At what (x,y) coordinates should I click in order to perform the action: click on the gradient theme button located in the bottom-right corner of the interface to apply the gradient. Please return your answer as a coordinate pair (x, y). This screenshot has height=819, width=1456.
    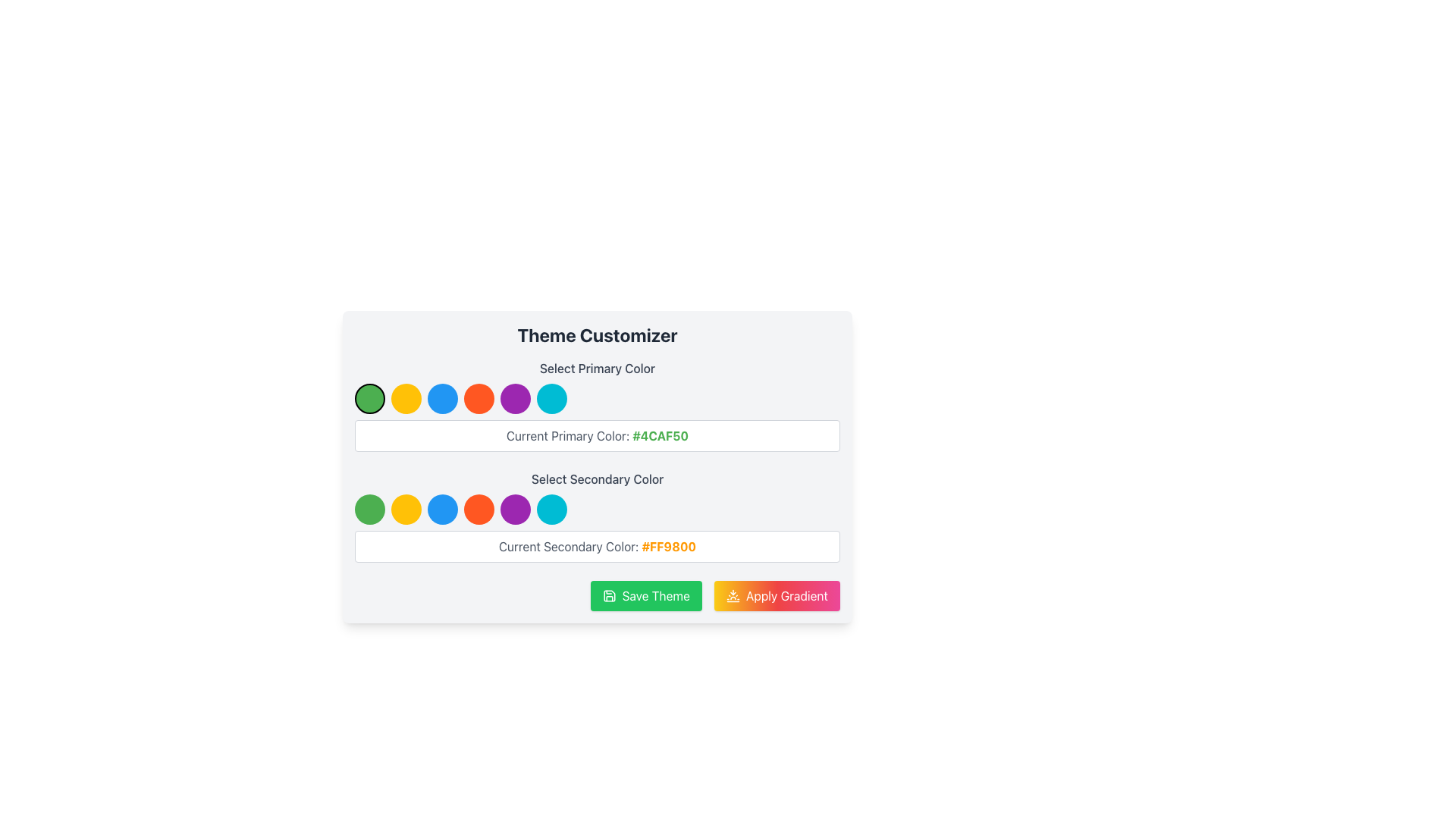
    Looking at the image, I should click on (776, 595).